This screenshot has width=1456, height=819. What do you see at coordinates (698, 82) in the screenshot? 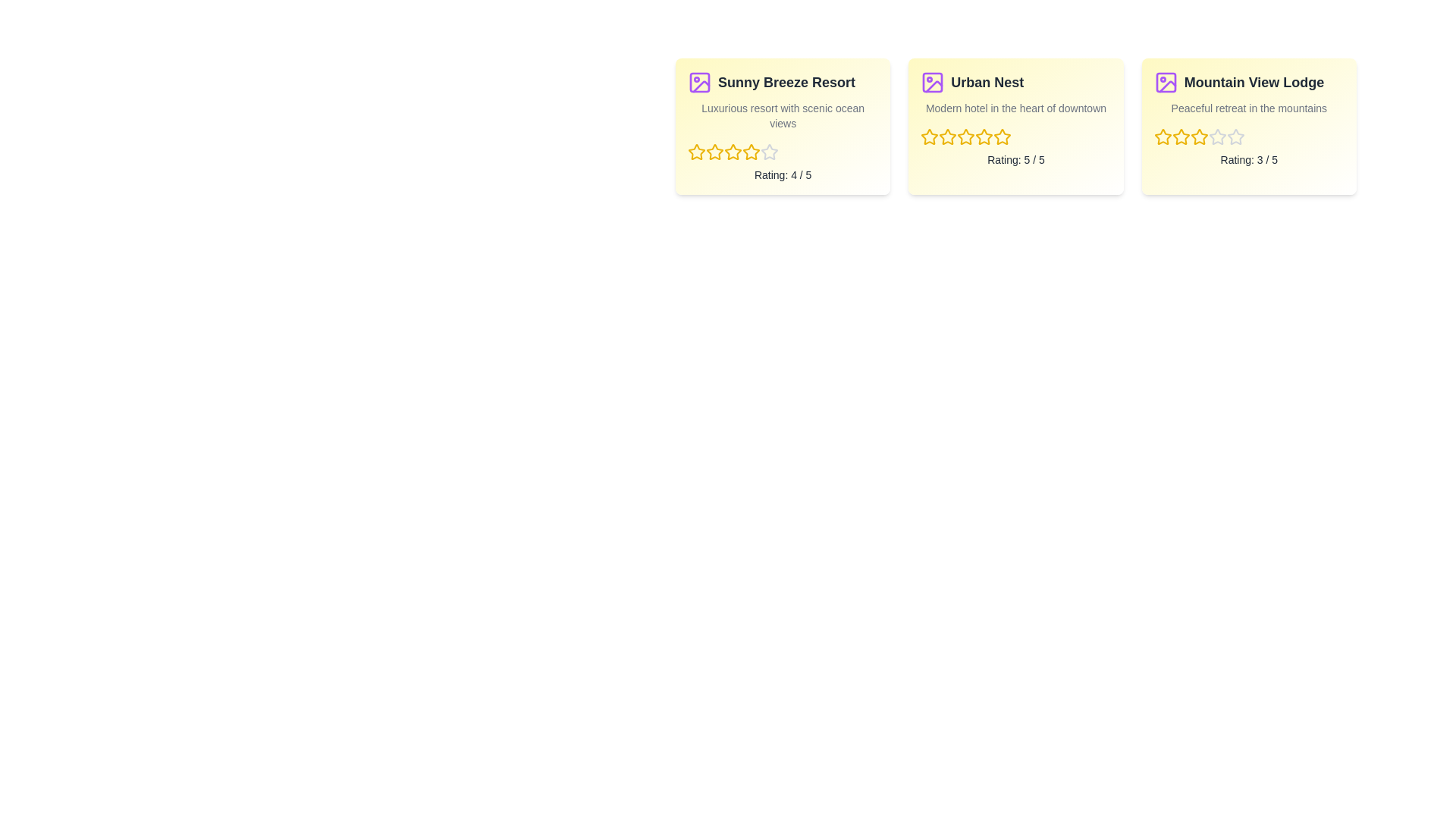
I see `the image icon of the hotel named Sunny Breeze Resort` at bounding box center [698, 82].